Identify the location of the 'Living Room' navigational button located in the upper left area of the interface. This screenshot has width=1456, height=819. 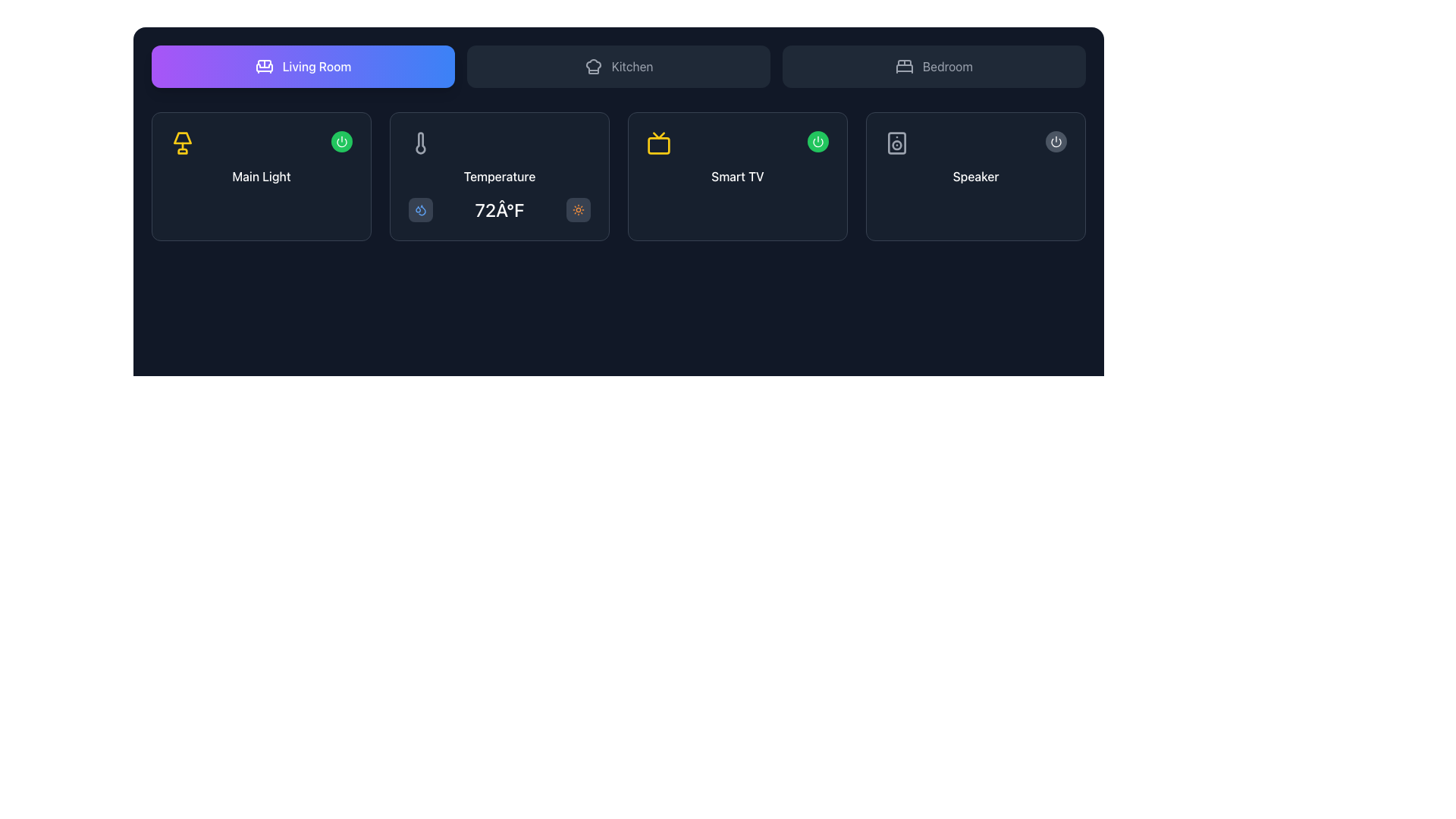
(303, 66).